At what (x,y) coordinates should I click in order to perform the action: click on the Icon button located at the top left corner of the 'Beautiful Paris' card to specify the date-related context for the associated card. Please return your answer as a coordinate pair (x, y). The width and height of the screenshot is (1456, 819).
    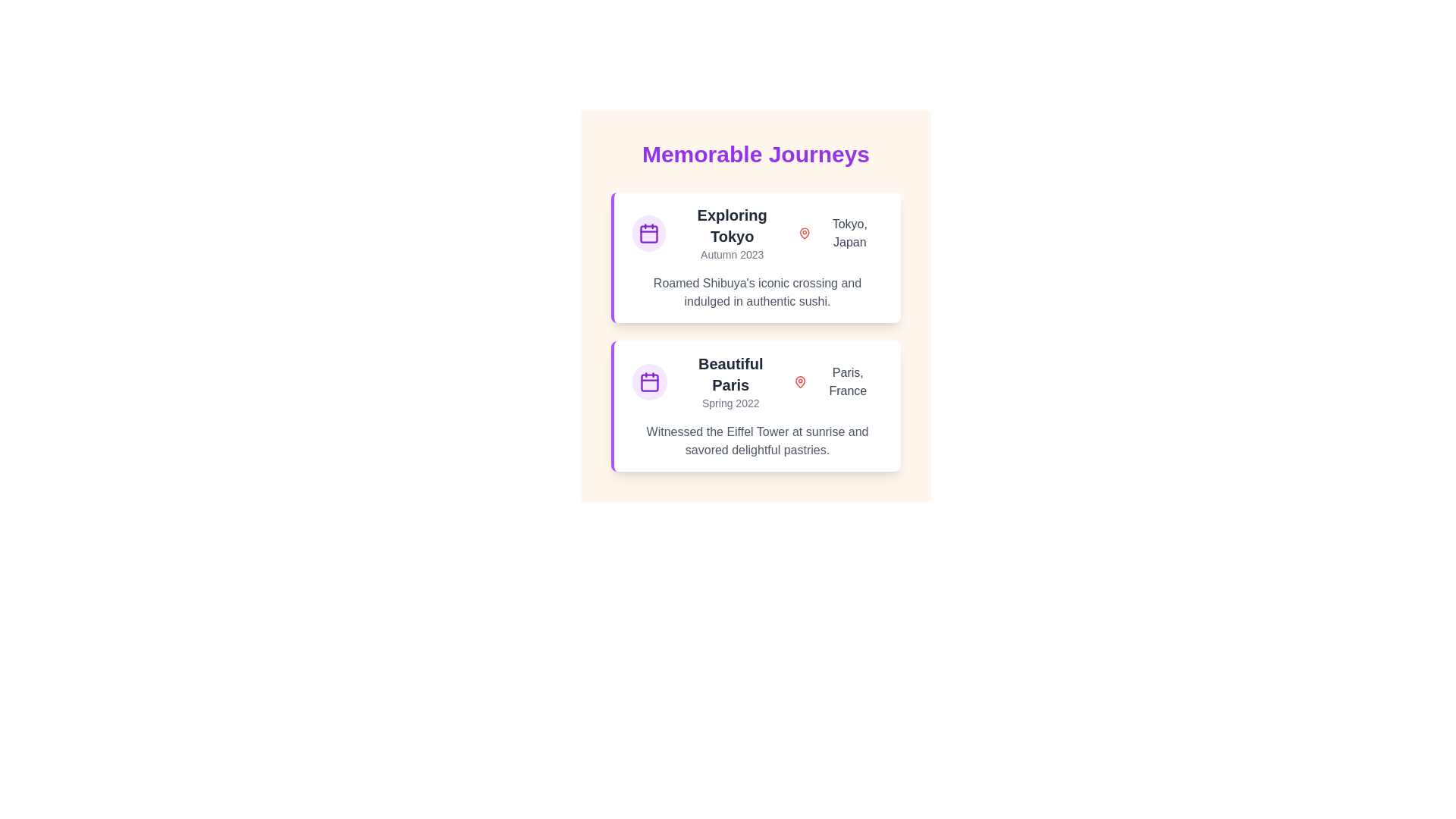
    Looking at the image, I should click on (650, 381).